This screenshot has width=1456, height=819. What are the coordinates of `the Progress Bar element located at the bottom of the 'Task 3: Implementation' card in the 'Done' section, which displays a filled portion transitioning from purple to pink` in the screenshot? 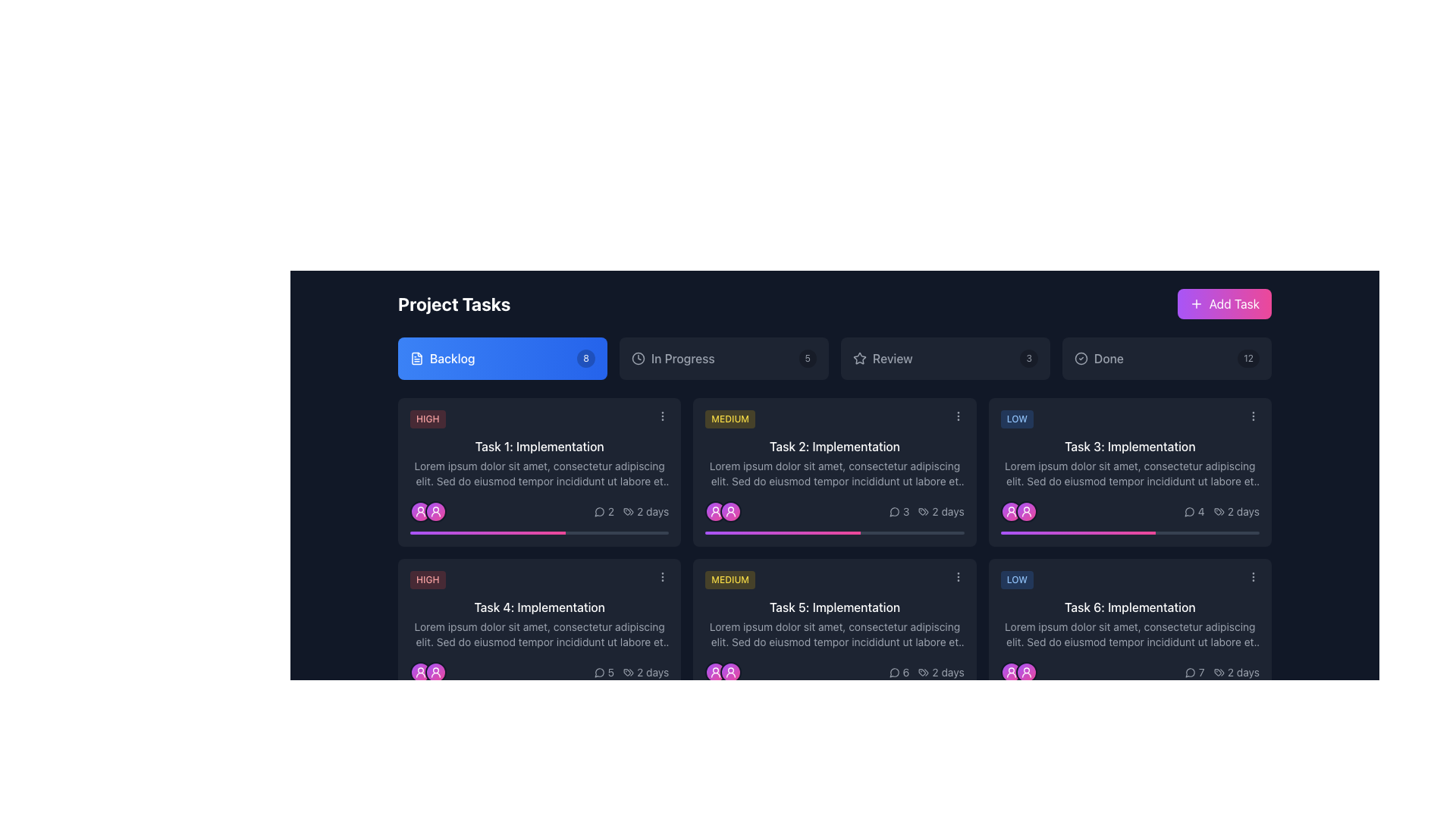 It's located at (1130, 532).